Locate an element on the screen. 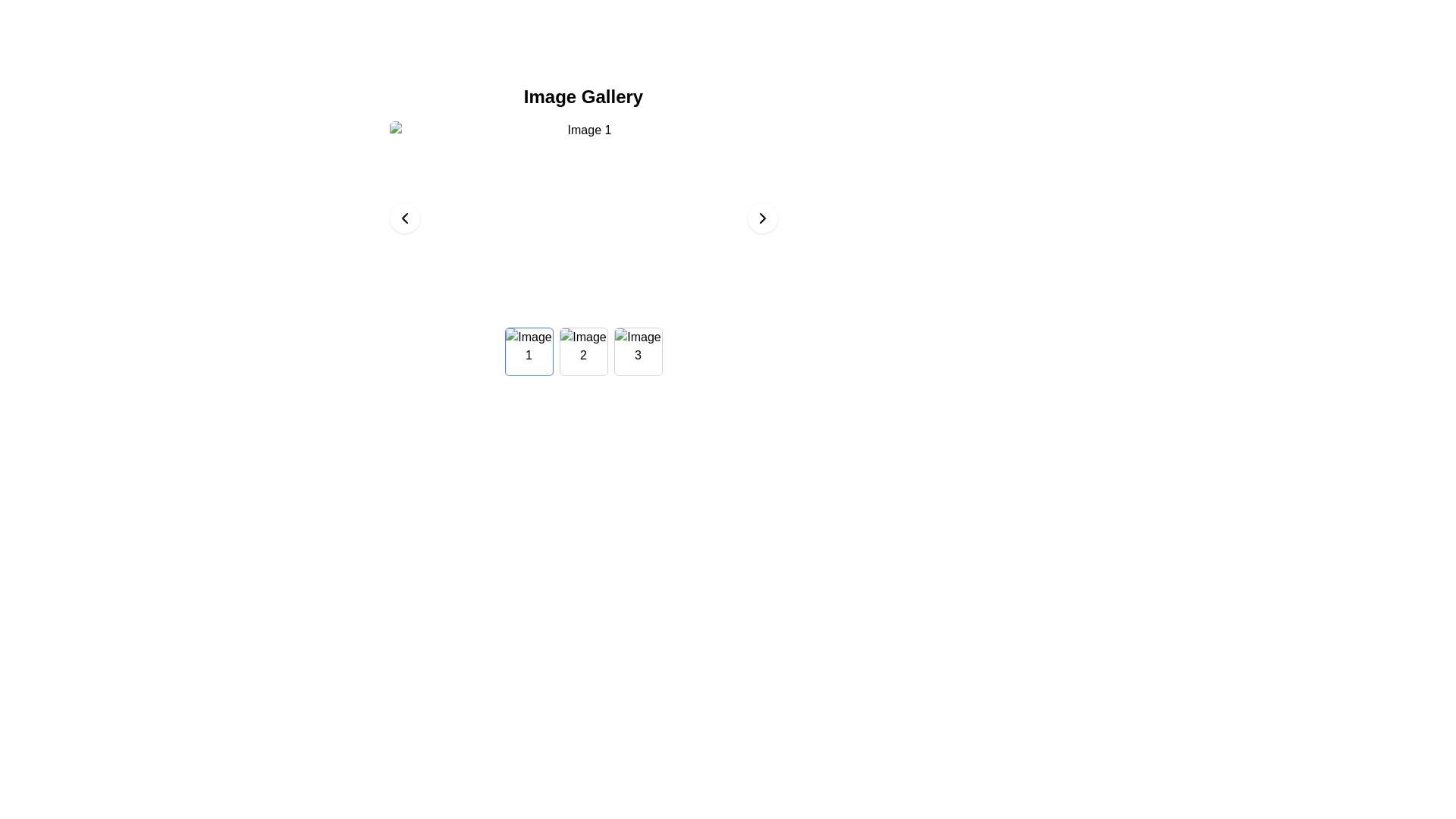 This screenshot has height=819, width=1456. the image thumbnail located in the selection grid is located at coordinates (638, 351).